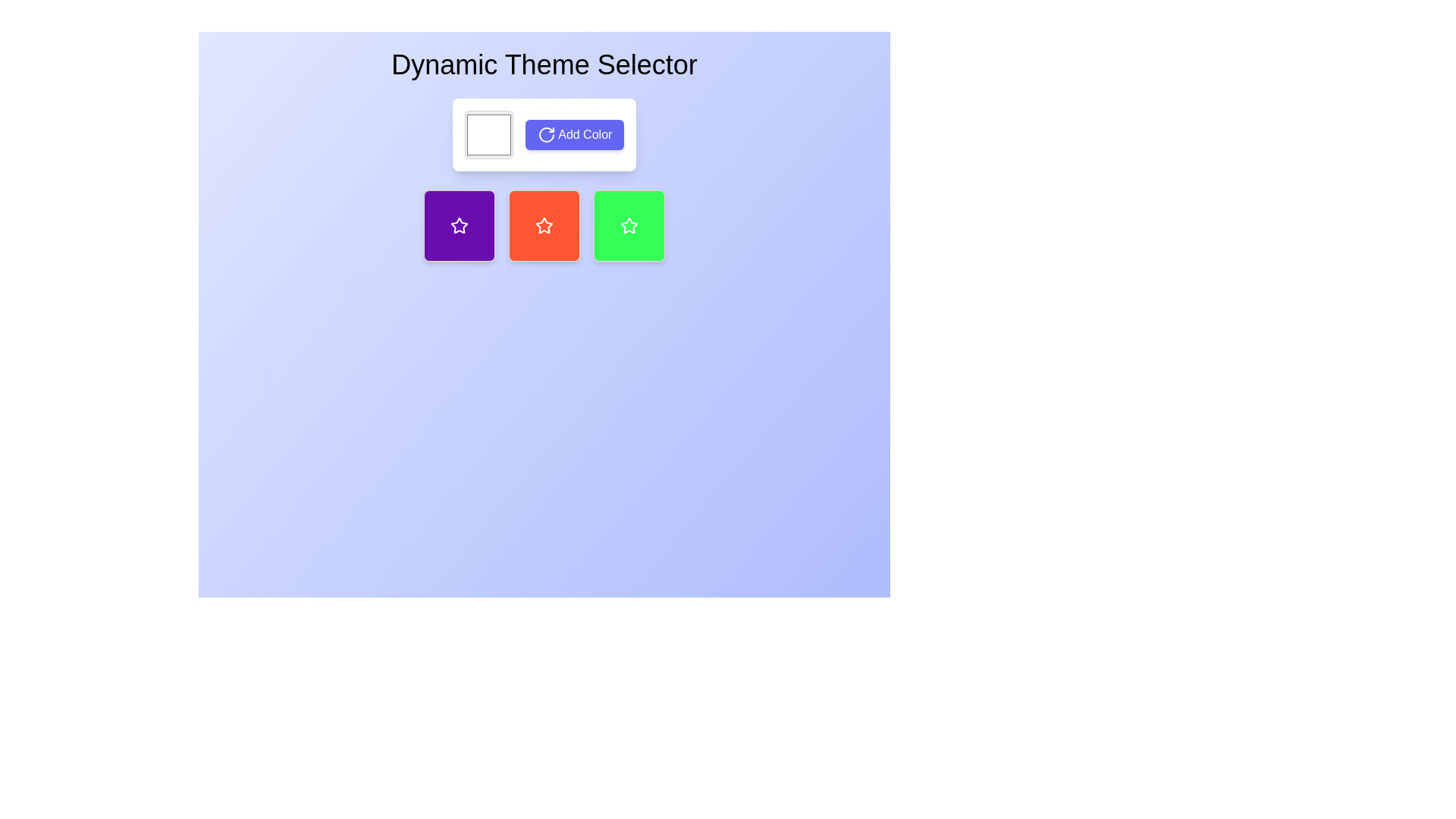 The image size is (1456, 819). Describe the element at coordinates (546, 134) in the screenshot. I see `the icon button for resetting or reloading within the 'Add Color' functionality, located on the left side of the purple 'Add Color' button near the top center of the interface` at that location.